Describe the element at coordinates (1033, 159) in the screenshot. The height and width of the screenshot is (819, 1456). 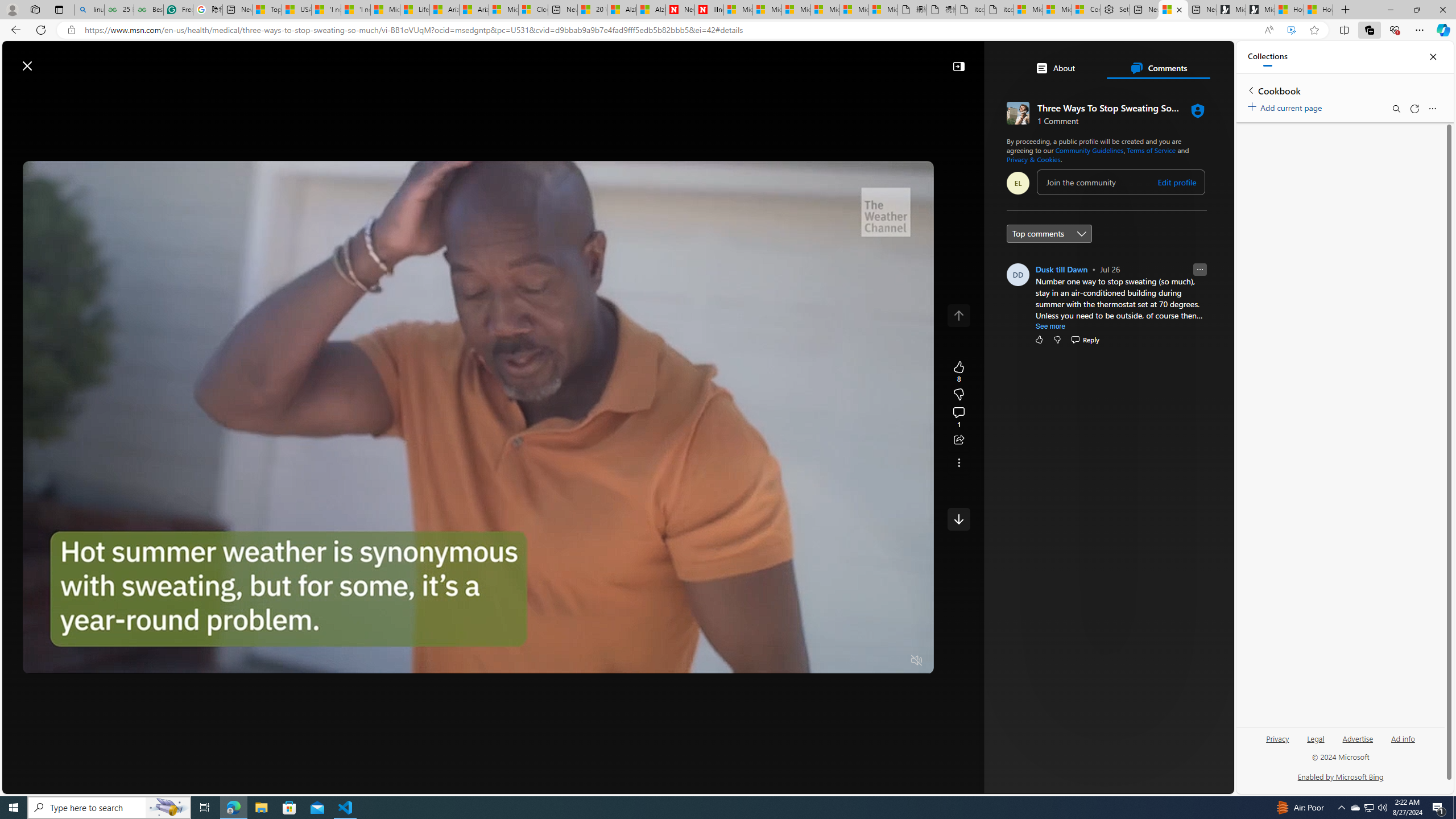
I see `'Privacy & Cookies'` at that location.